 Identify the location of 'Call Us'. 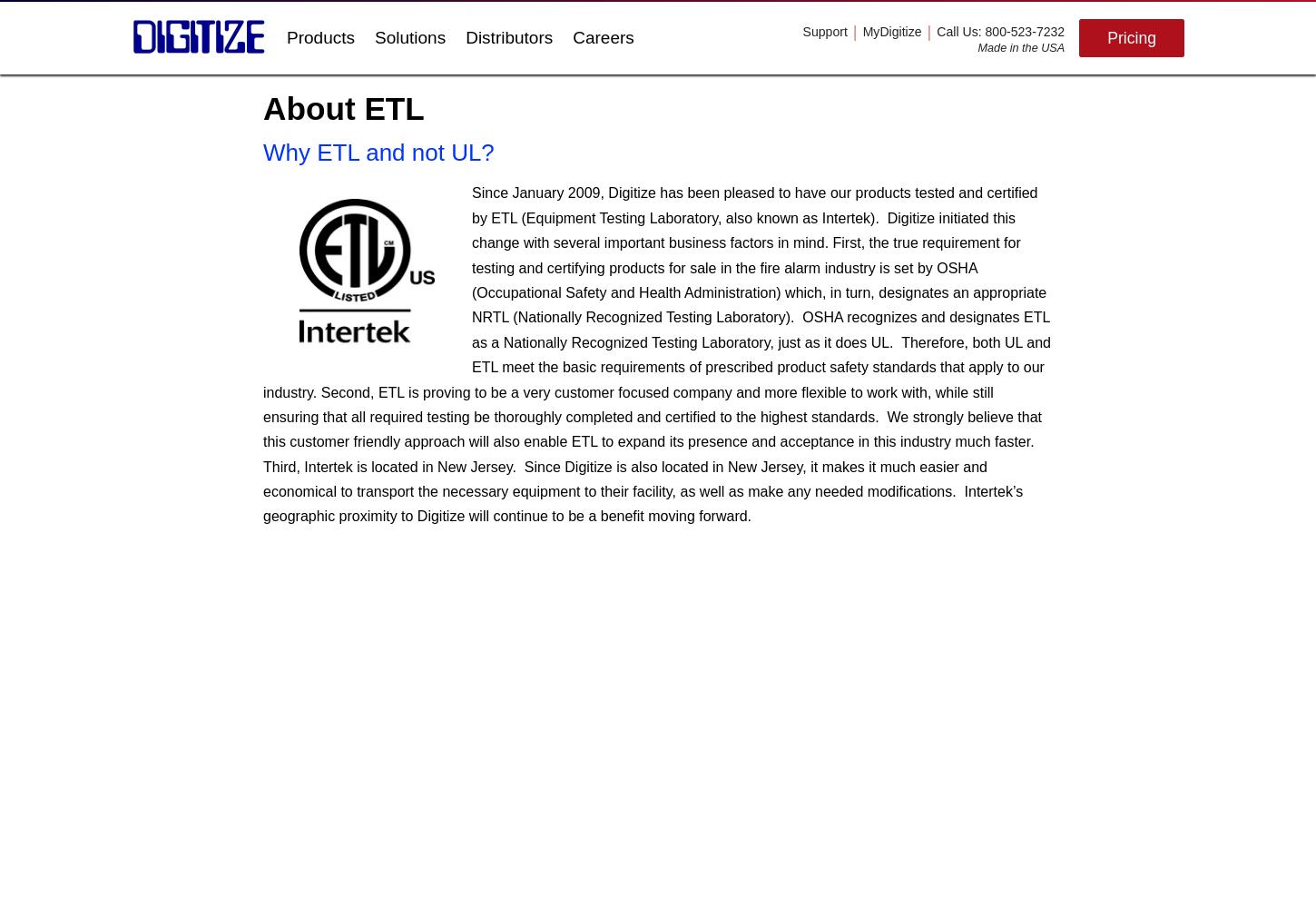
(957, 32).